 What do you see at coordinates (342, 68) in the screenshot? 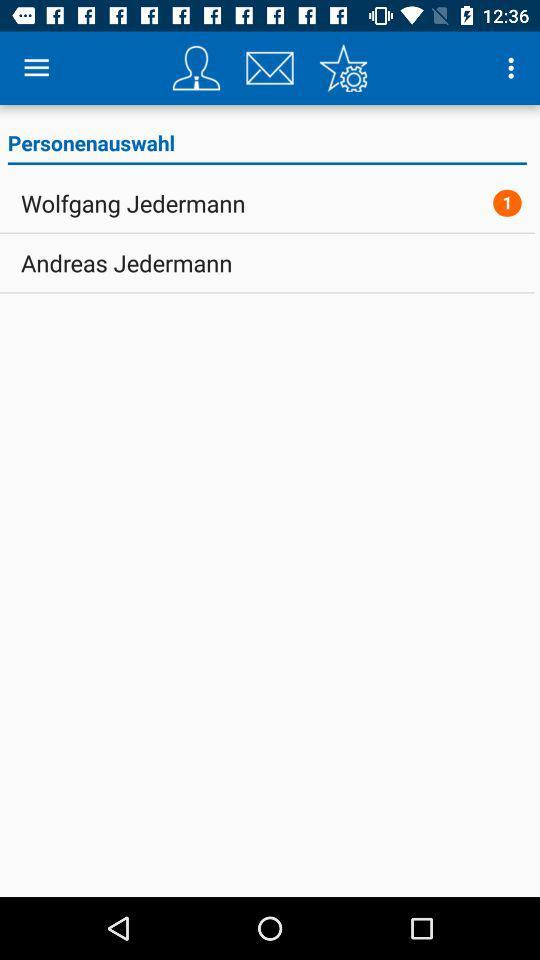
I see `the item above personenauswahl item` at bounding box center [342, 68].